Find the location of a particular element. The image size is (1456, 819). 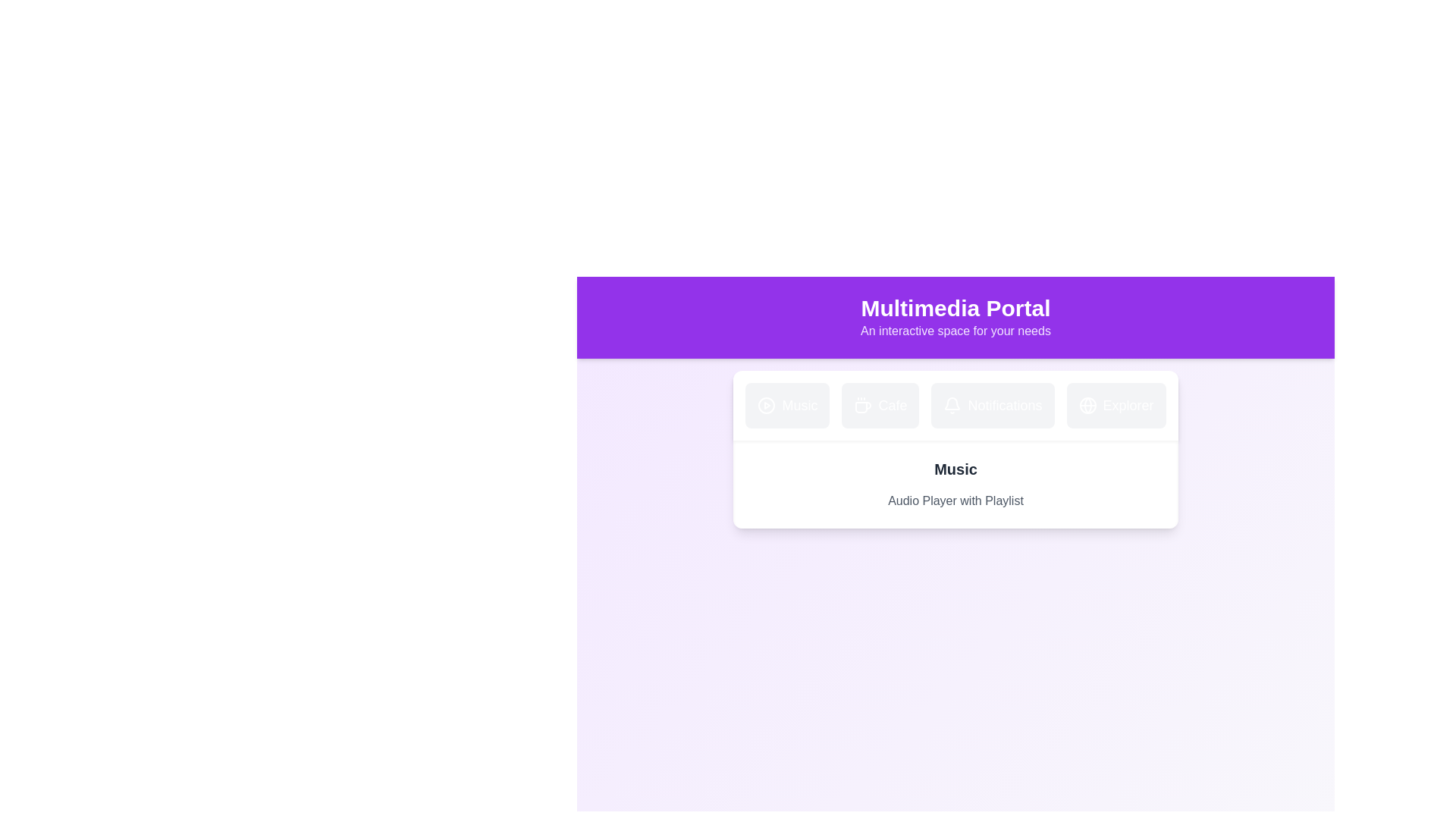

the 'Notifications' button is located at coordinates (993, 405).